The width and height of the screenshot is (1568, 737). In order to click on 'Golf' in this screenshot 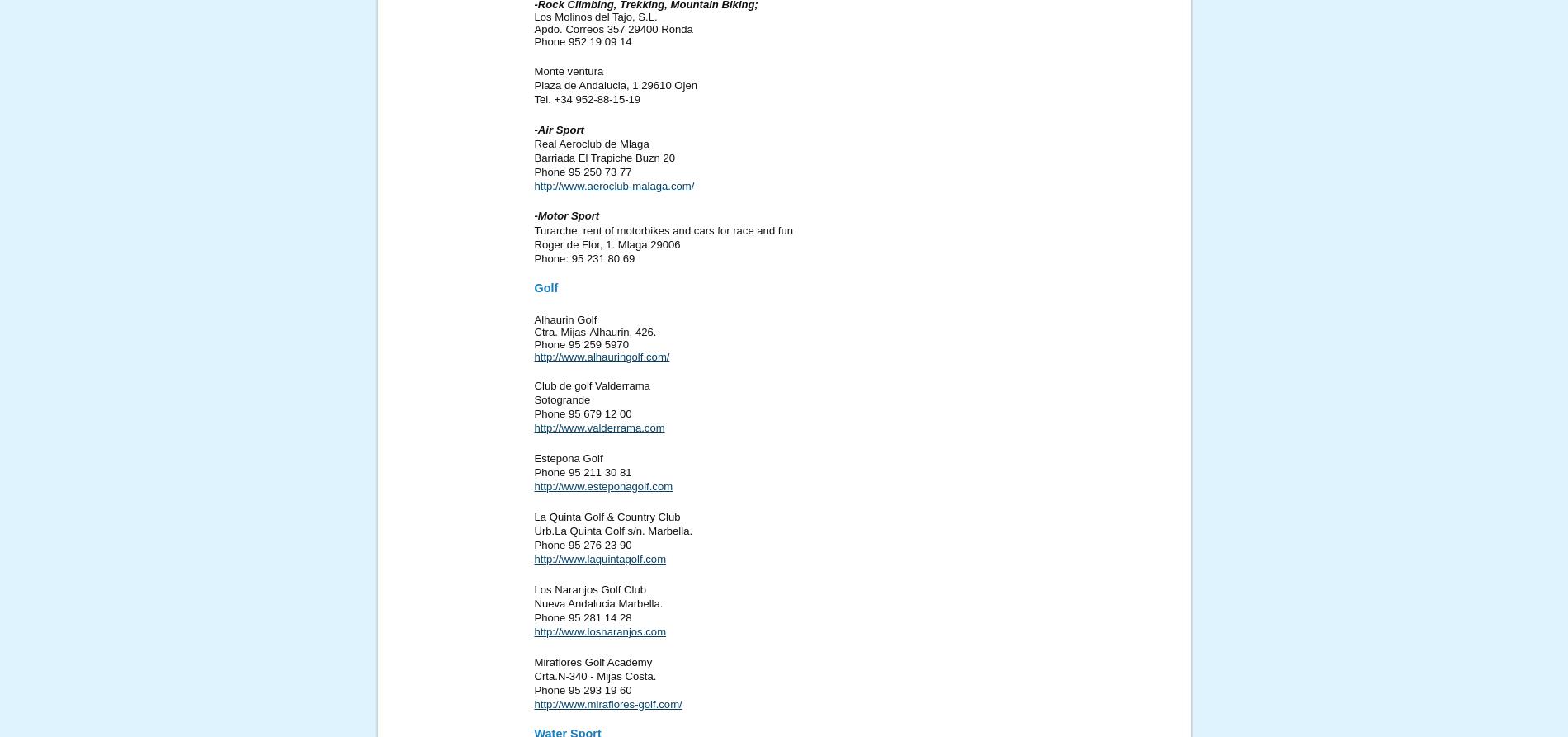, I will do `click(545, 287)`.